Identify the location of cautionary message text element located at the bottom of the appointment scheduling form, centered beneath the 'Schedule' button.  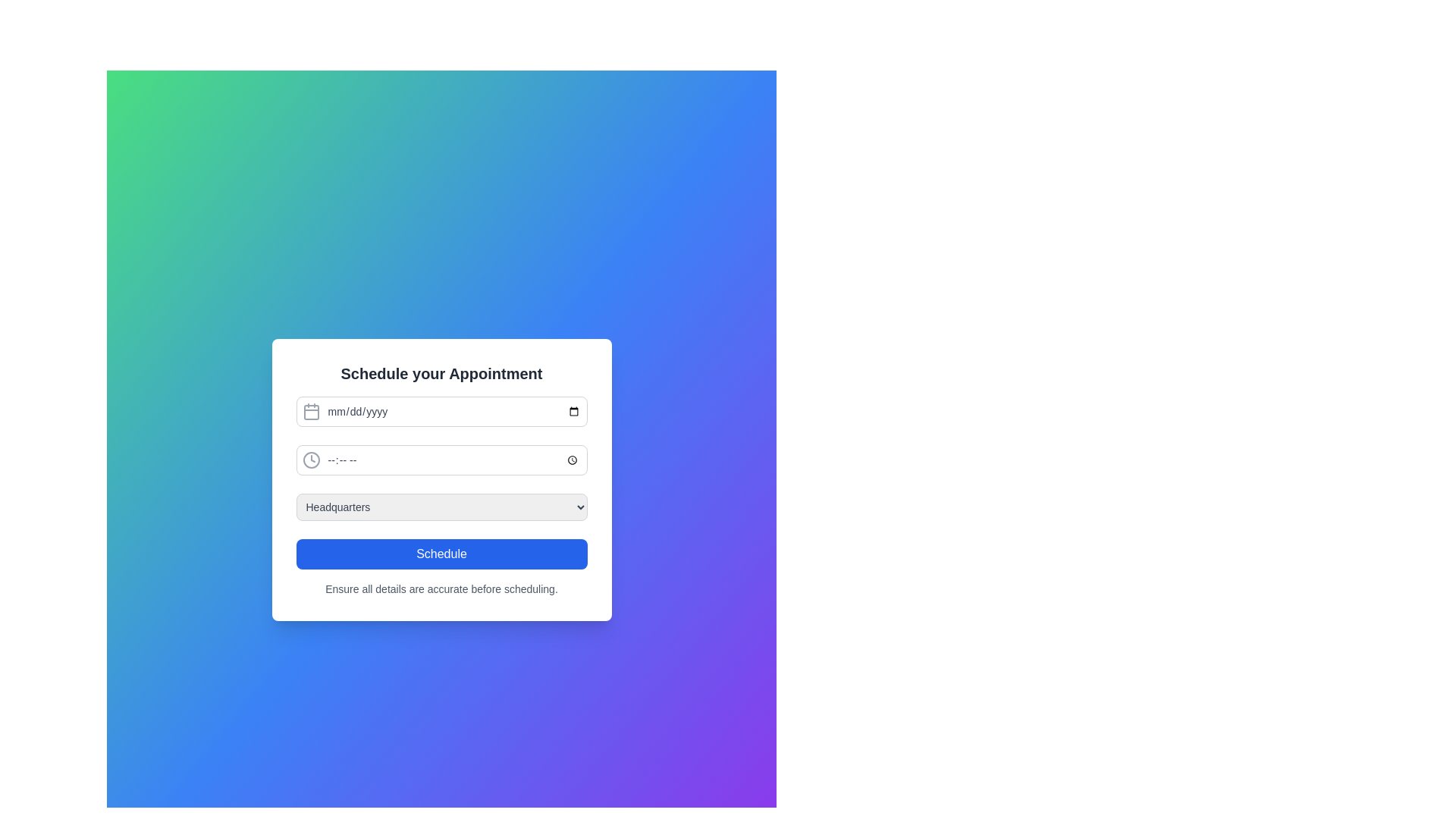
(441, 588).